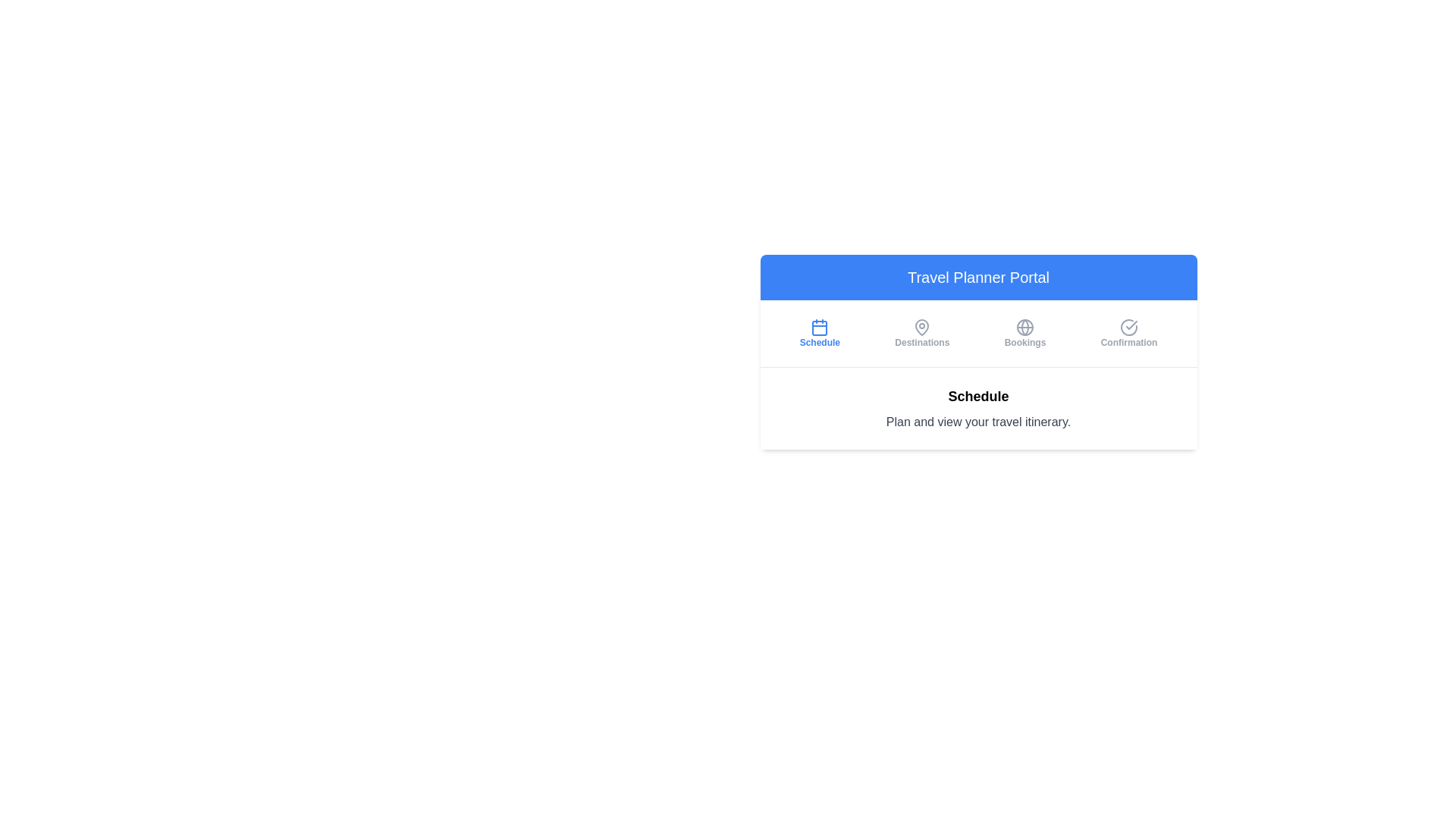  I want to click on the tab labeled Confirmation to navigate to its content, so click(1128, 332).